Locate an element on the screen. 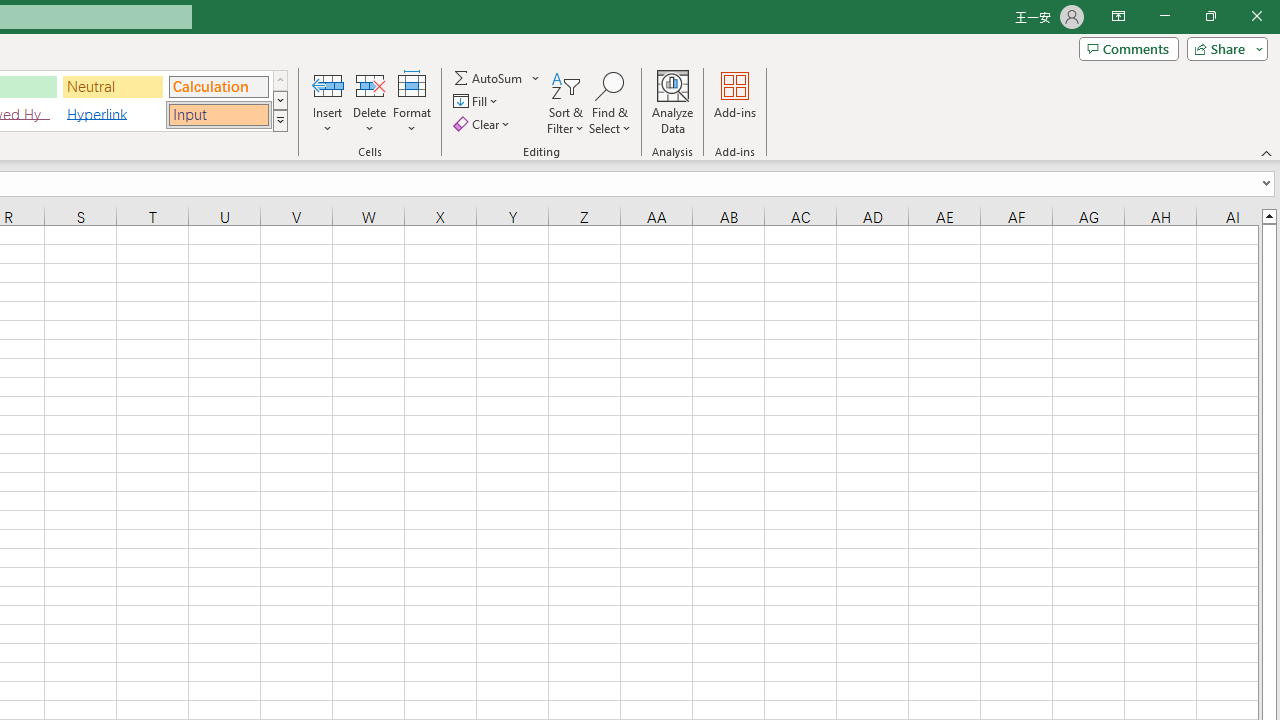 The height and width of the screenshot is (720, 1280). 'Delete' is located at coordinates (369, 103).